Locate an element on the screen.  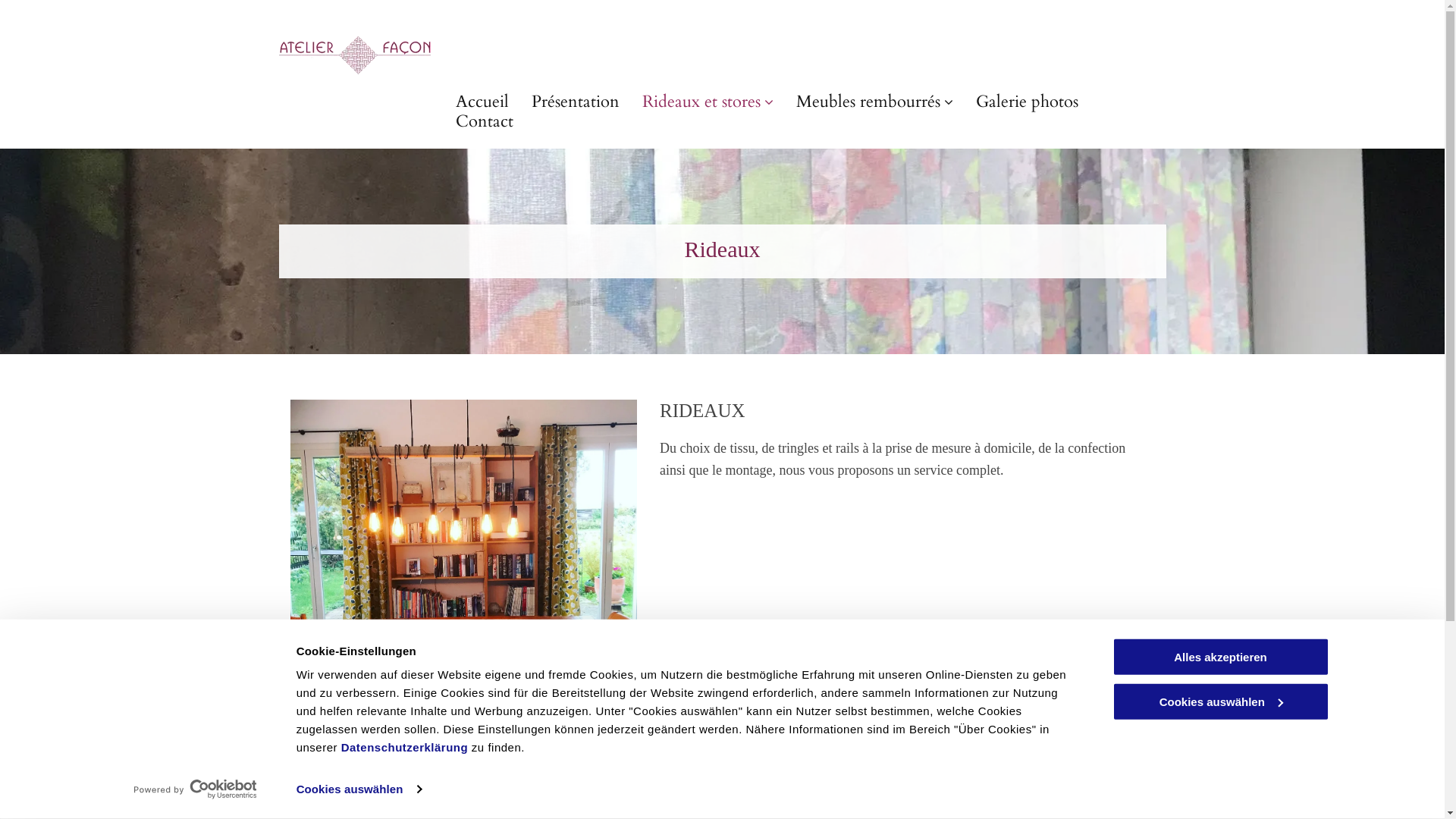
'Contact' is located at coordinates (483, 120).